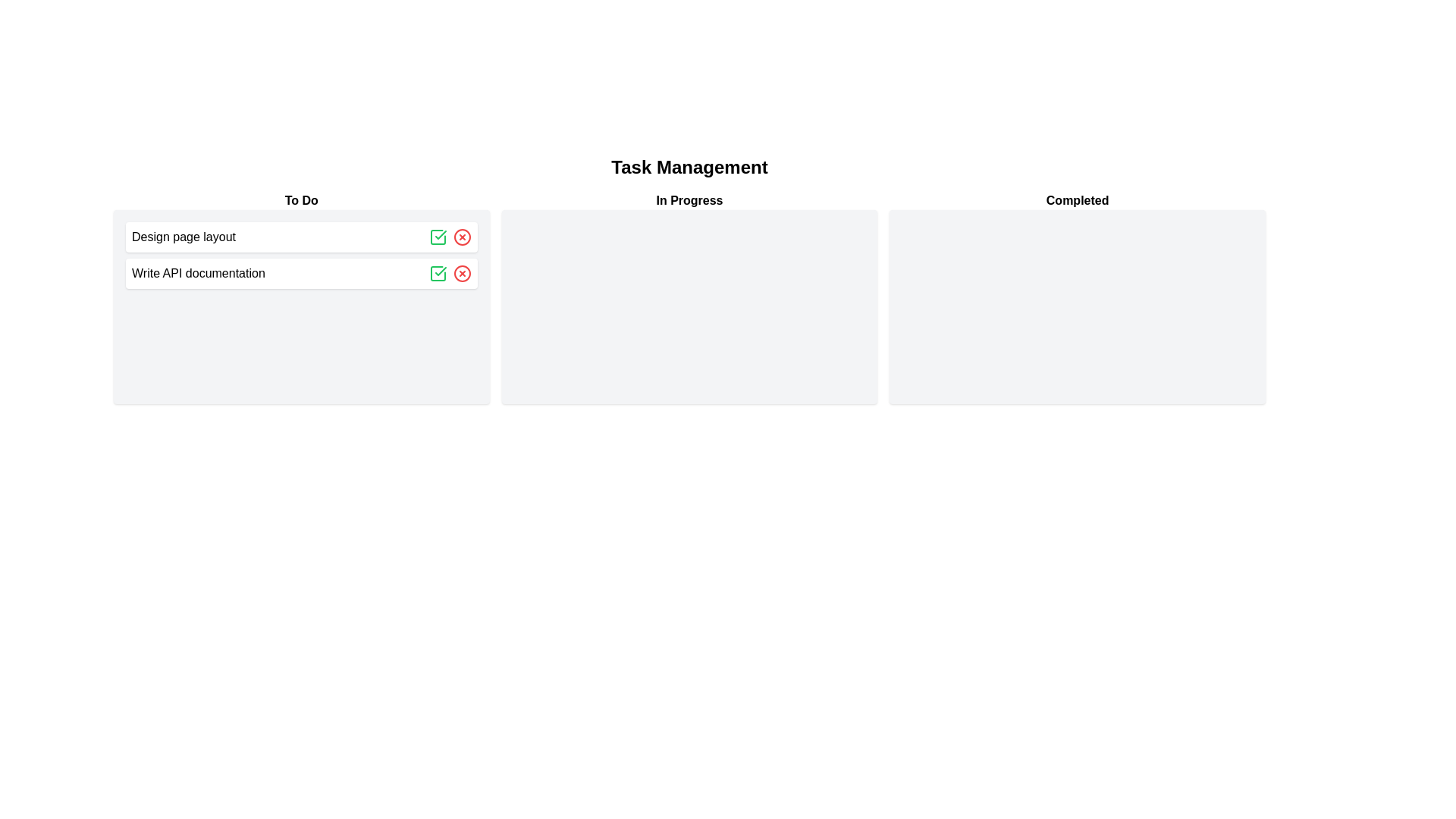 Image resolution: width=1456 pixels, height=819 pixels. I want to click on the green checkmark icon for the task 'Write API documentation' to move it to the next state, so click(437, 274).